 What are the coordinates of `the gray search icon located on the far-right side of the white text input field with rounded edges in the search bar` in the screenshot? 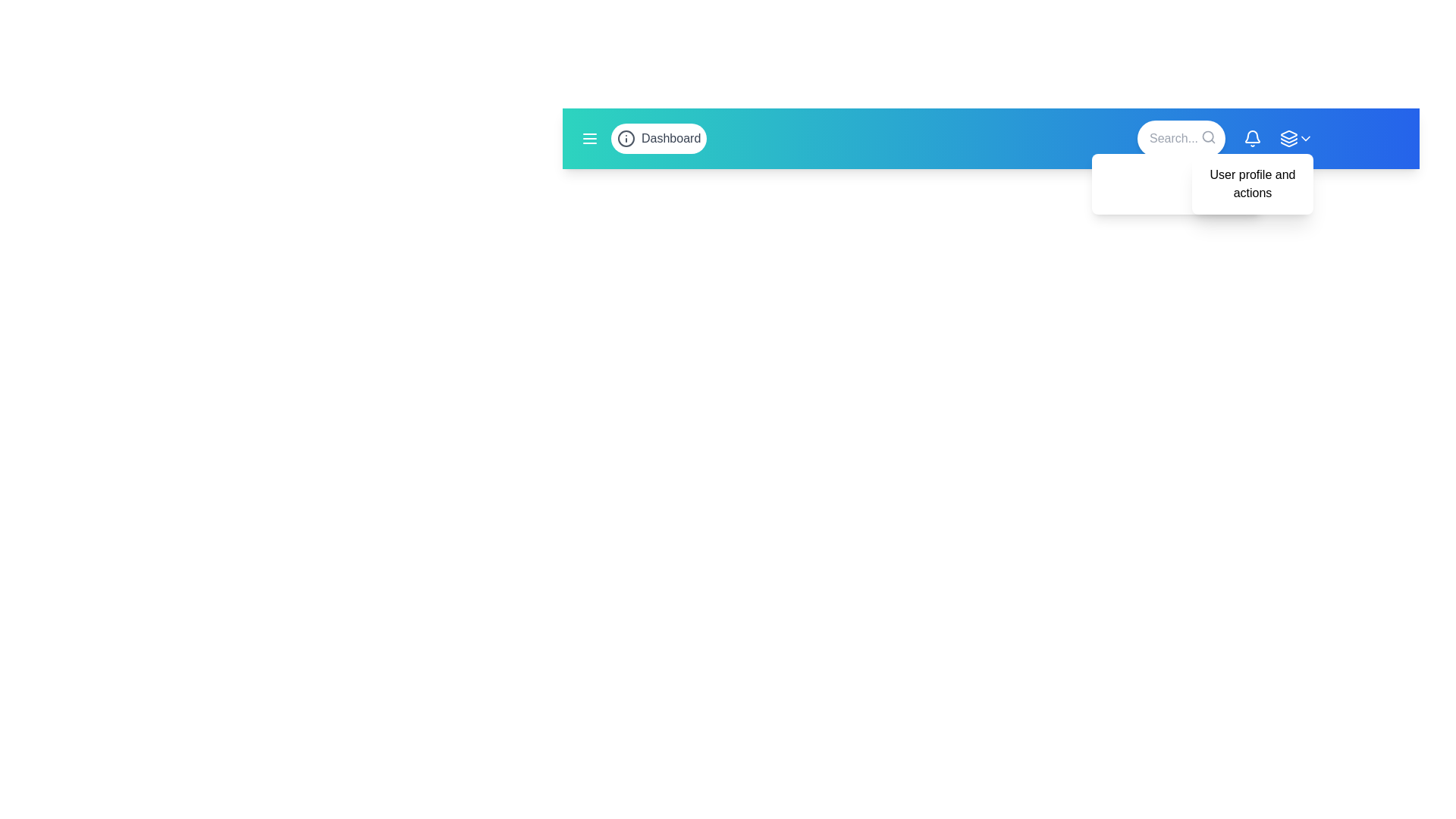 It's located at (1181, 138).